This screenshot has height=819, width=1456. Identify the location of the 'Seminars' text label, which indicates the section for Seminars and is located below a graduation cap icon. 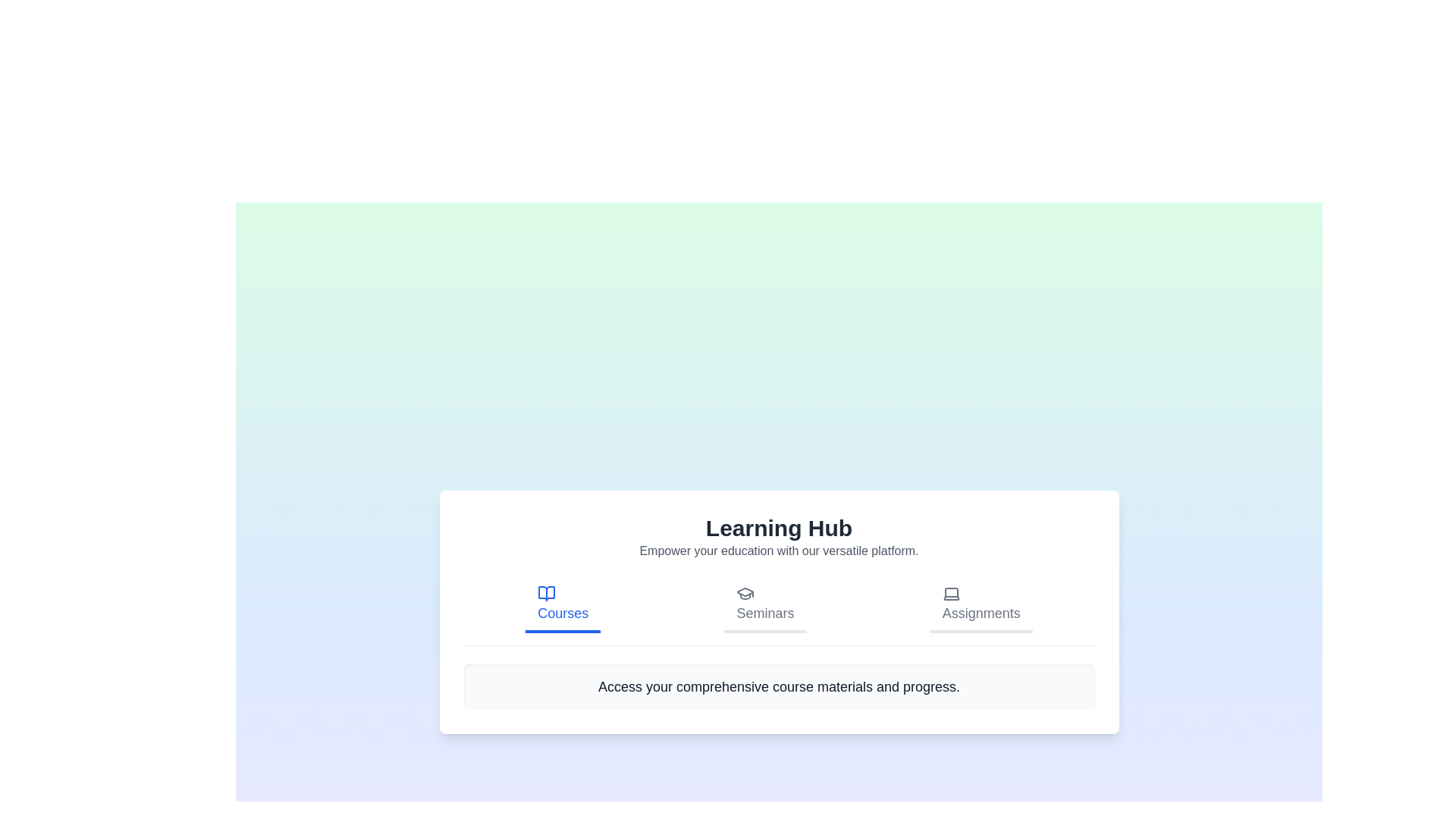
(765, 612).